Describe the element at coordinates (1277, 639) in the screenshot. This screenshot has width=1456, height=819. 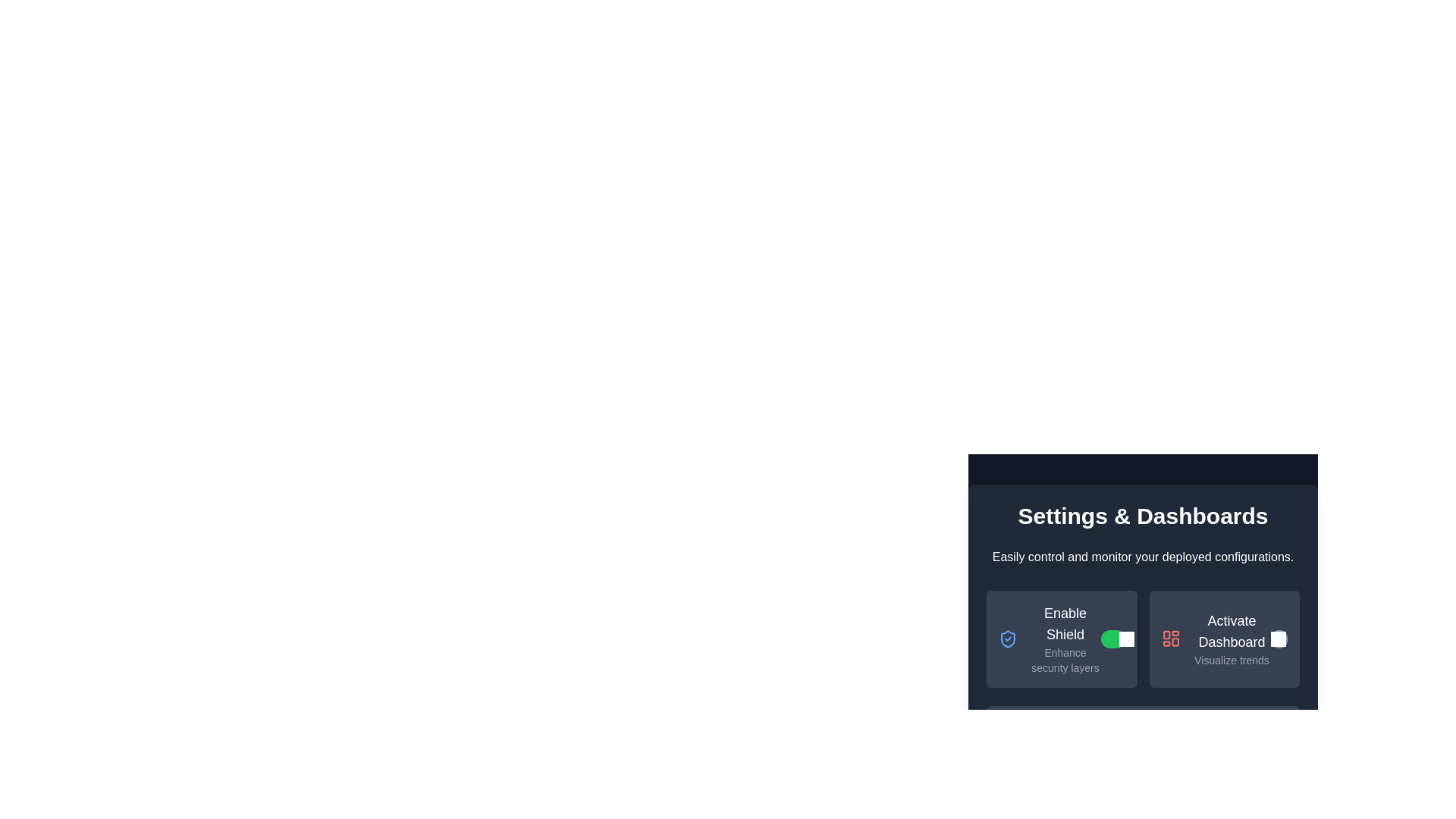
I see `the toggle button located to the left of the 'Enable Shield' text to provide visual feedback` at that location.